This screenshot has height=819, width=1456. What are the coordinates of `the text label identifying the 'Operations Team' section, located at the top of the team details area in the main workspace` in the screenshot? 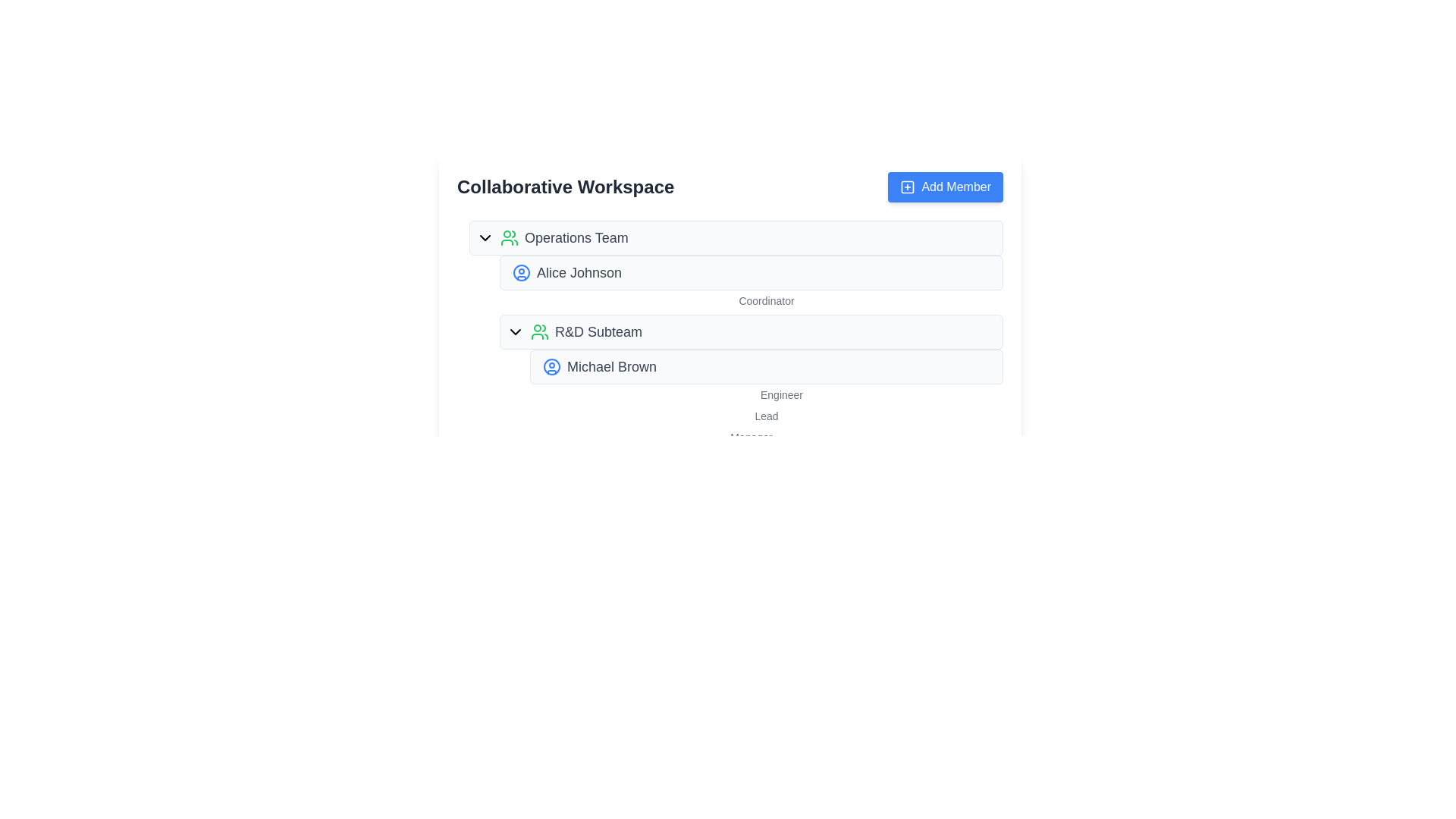 It's located at (576, 237).